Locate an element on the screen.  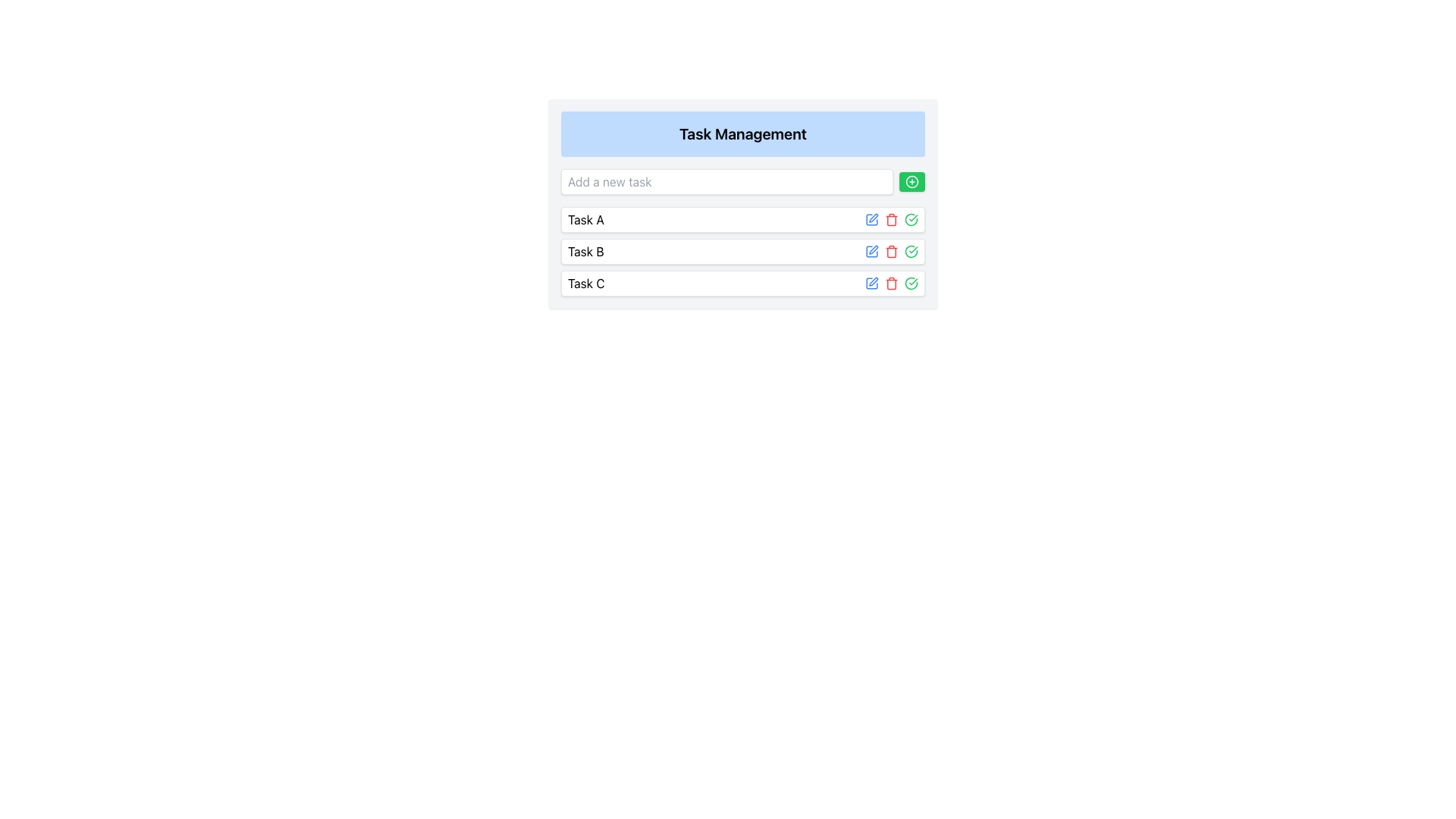
the interactive green circular icon with a checkmark located next to 'Task C' in the task management interface is located at coordinates (910, 219).